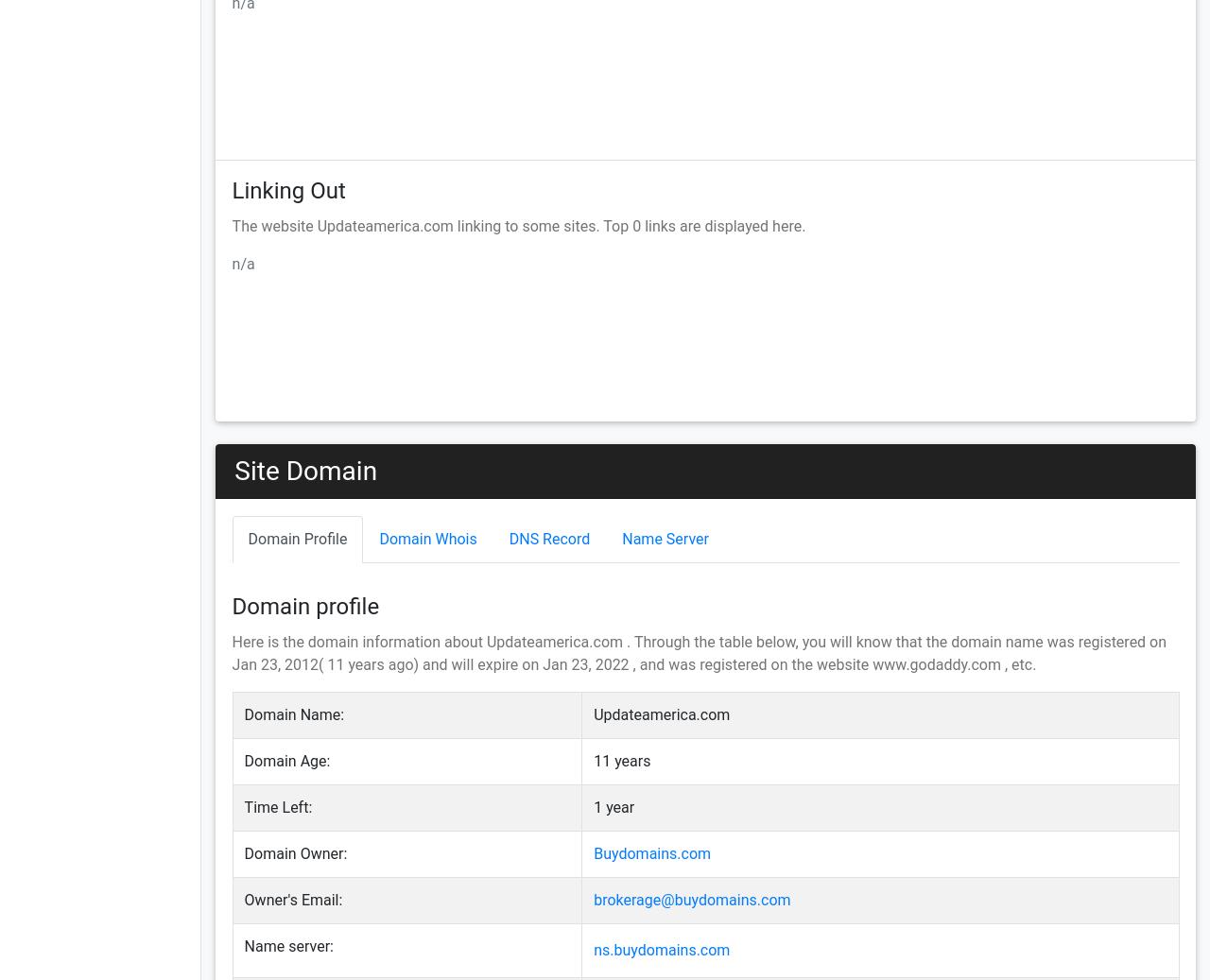  Describe the element at coordinates (426, 538) in the screenshot. I see `'Domain Whois'` at that location.